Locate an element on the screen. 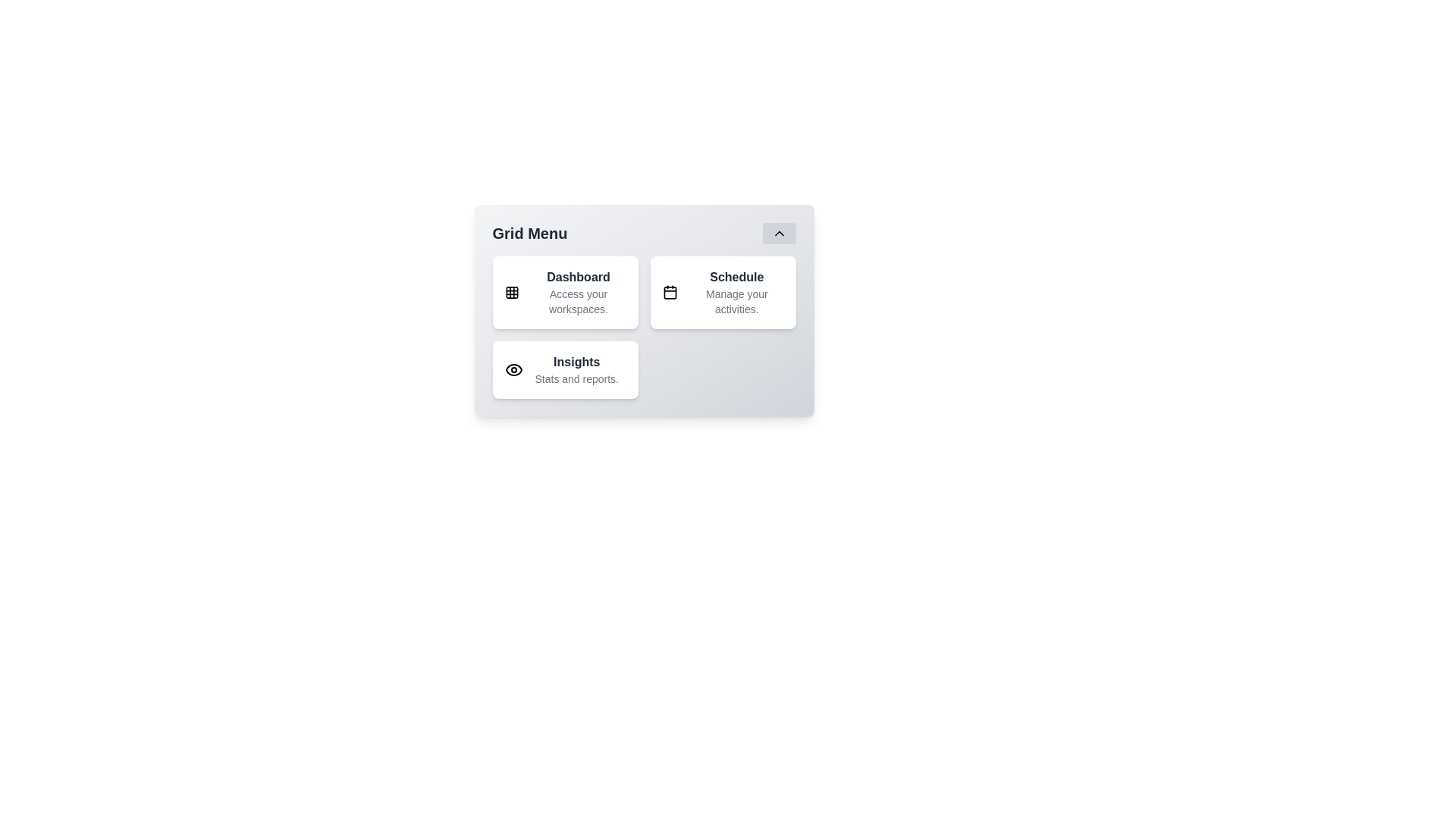  the menu item Insights to reveal additional details is located at coordinates (564, 370).